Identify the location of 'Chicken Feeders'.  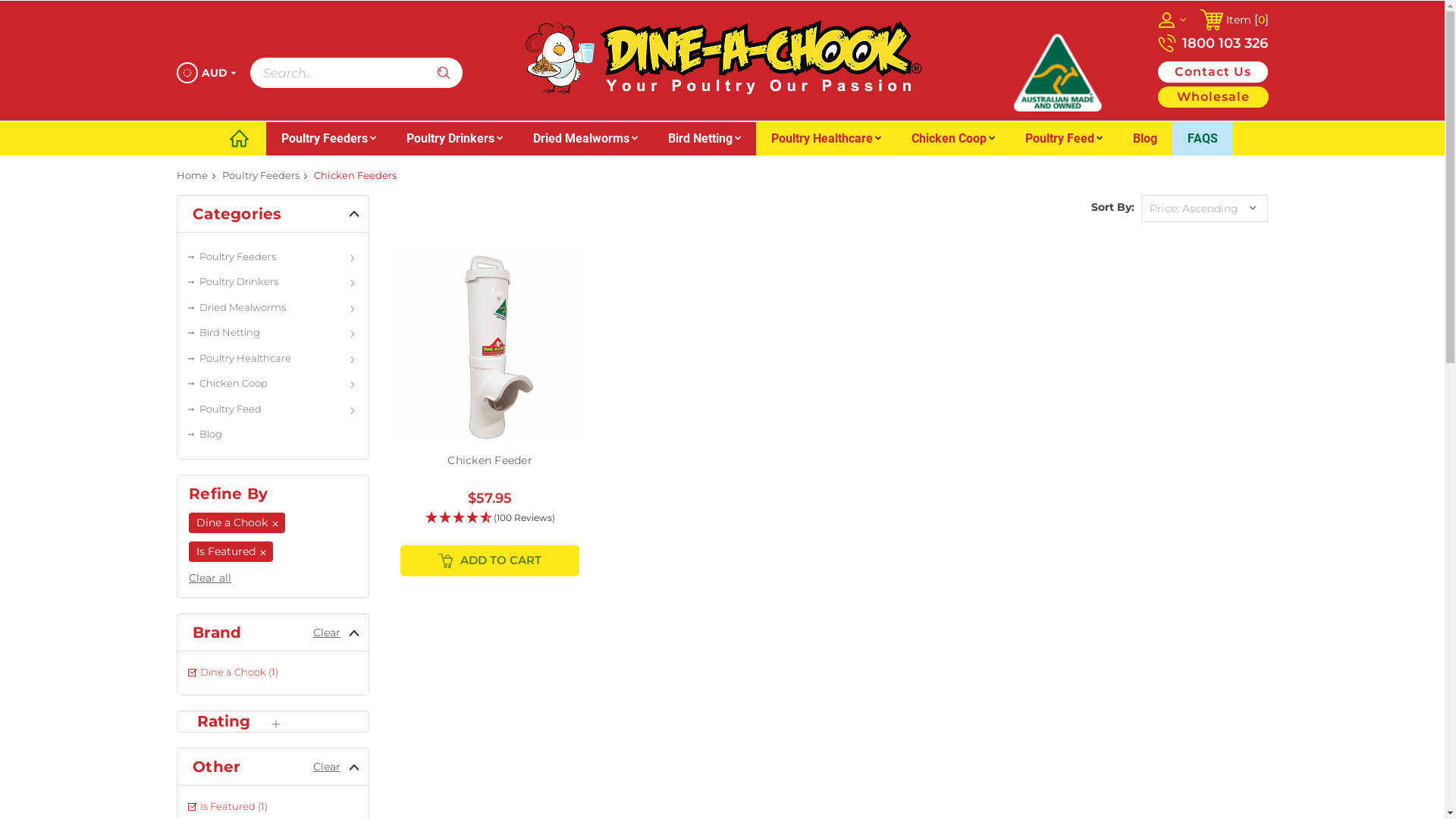
(354, 174).